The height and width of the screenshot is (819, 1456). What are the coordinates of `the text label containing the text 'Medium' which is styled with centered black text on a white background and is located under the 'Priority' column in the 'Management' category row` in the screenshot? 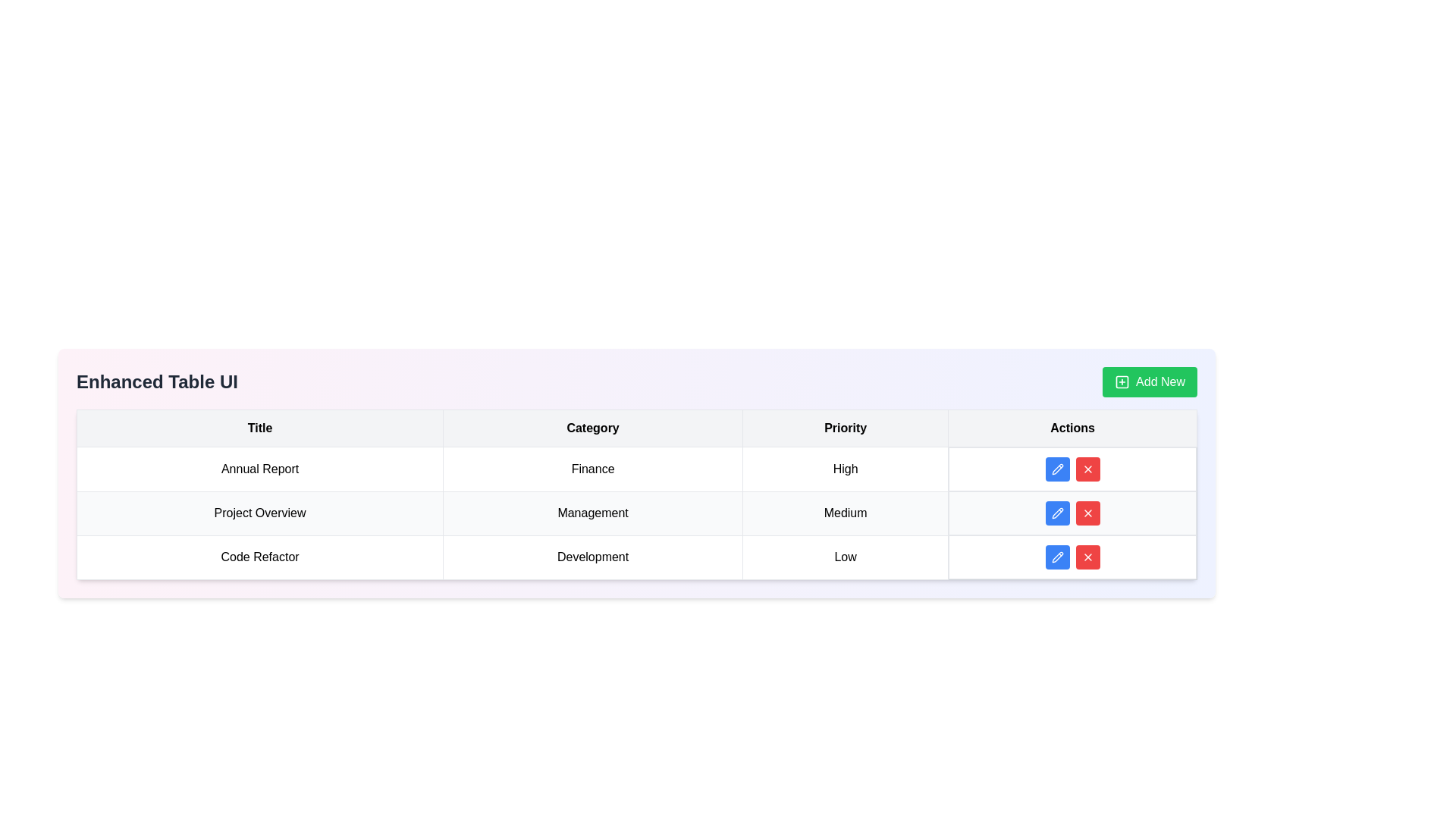 It's located at (845, 513).